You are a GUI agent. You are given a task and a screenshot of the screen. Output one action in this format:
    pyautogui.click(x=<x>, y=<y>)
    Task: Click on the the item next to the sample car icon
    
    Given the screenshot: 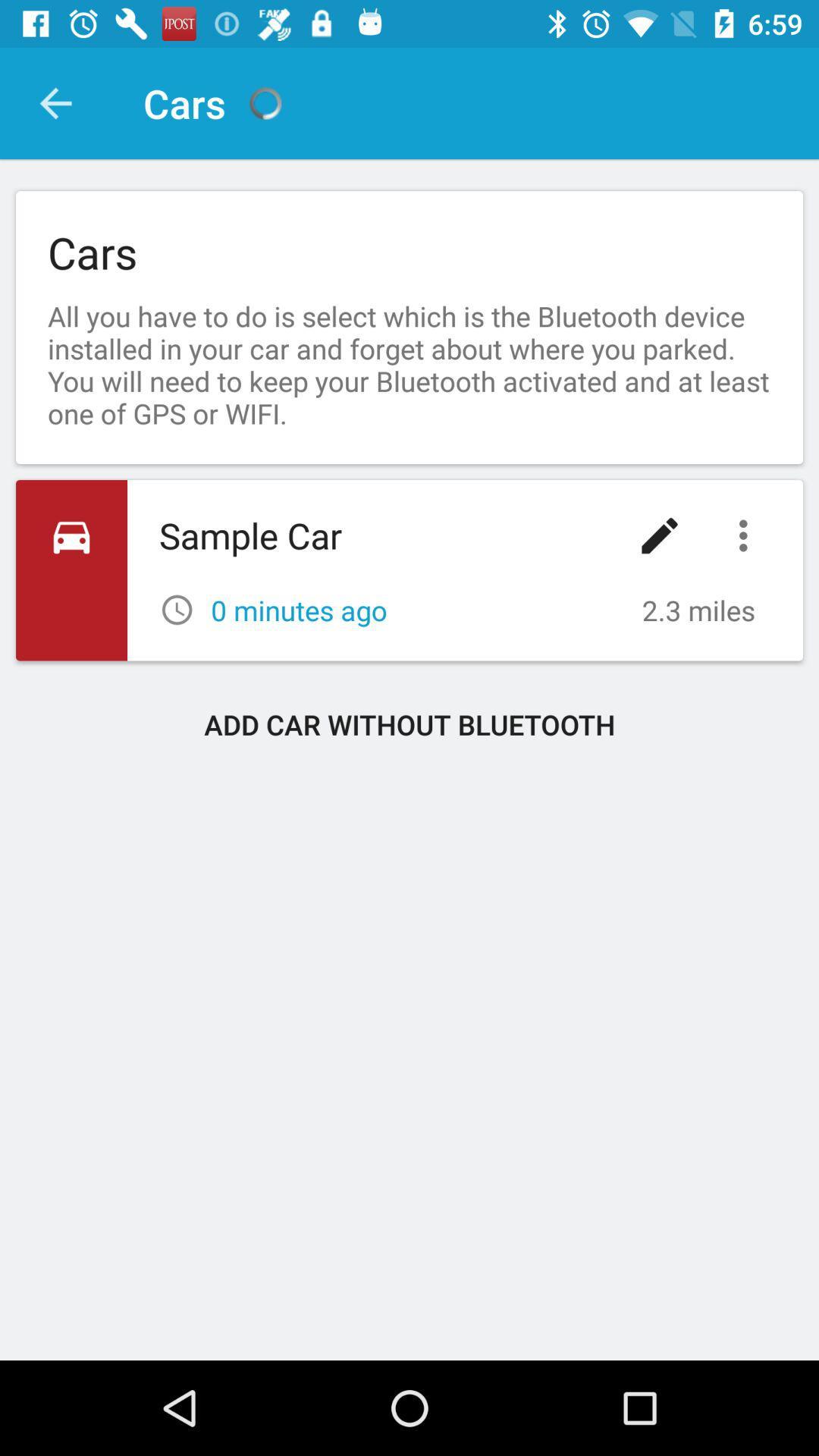 What is the action you would take?
    pyautogui.click(x=659, y=535)
    